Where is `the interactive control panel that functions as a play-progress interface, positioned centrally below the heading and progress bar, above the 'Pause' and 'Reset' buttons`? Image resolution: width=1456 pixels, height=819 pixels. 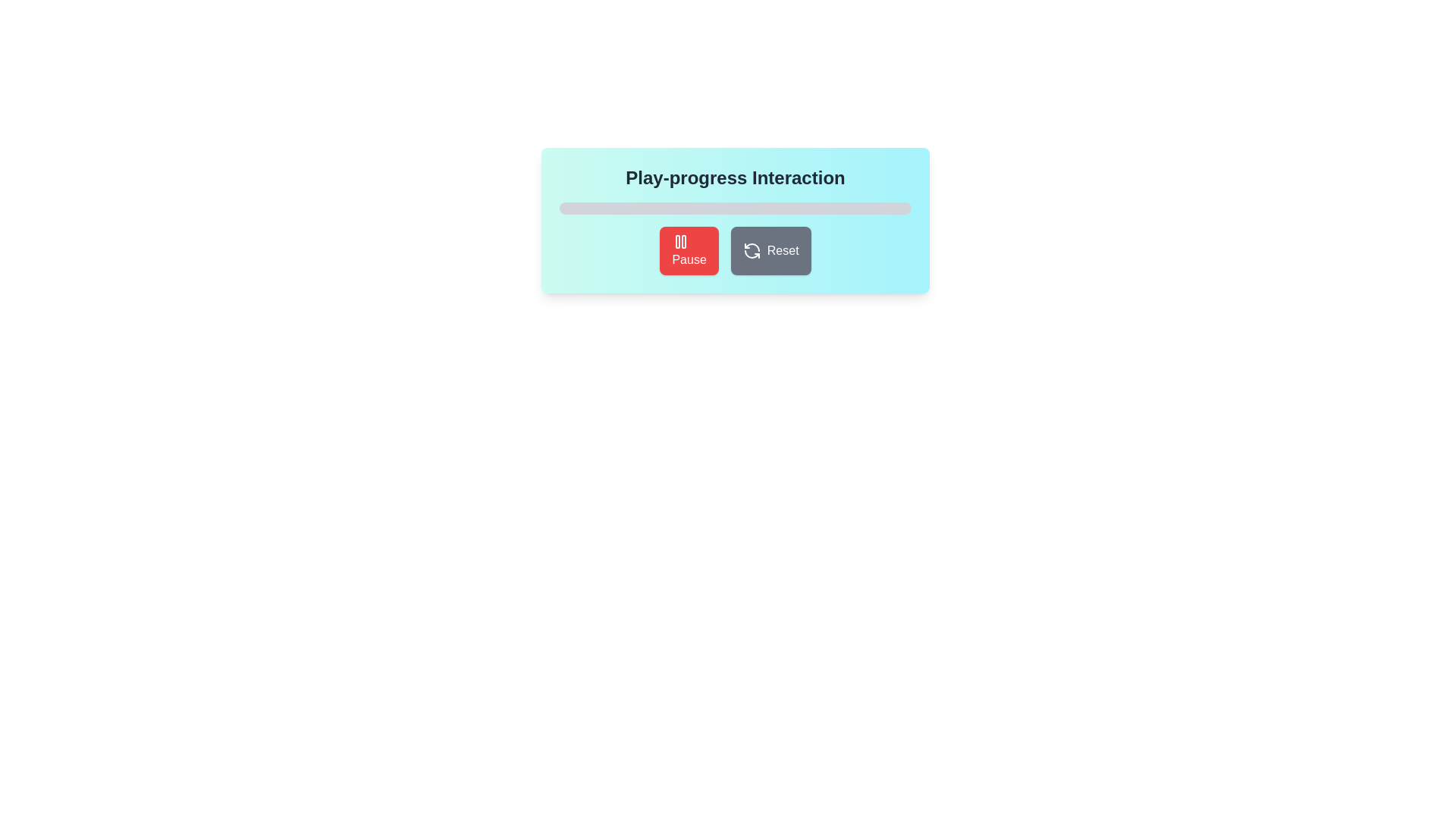 the interactive control panel that functions as a play-progress interface, positioned centrally below the heading and progress bar, above the 'Pause' and 'Reset' buttons is located at coordinates (735, 220).